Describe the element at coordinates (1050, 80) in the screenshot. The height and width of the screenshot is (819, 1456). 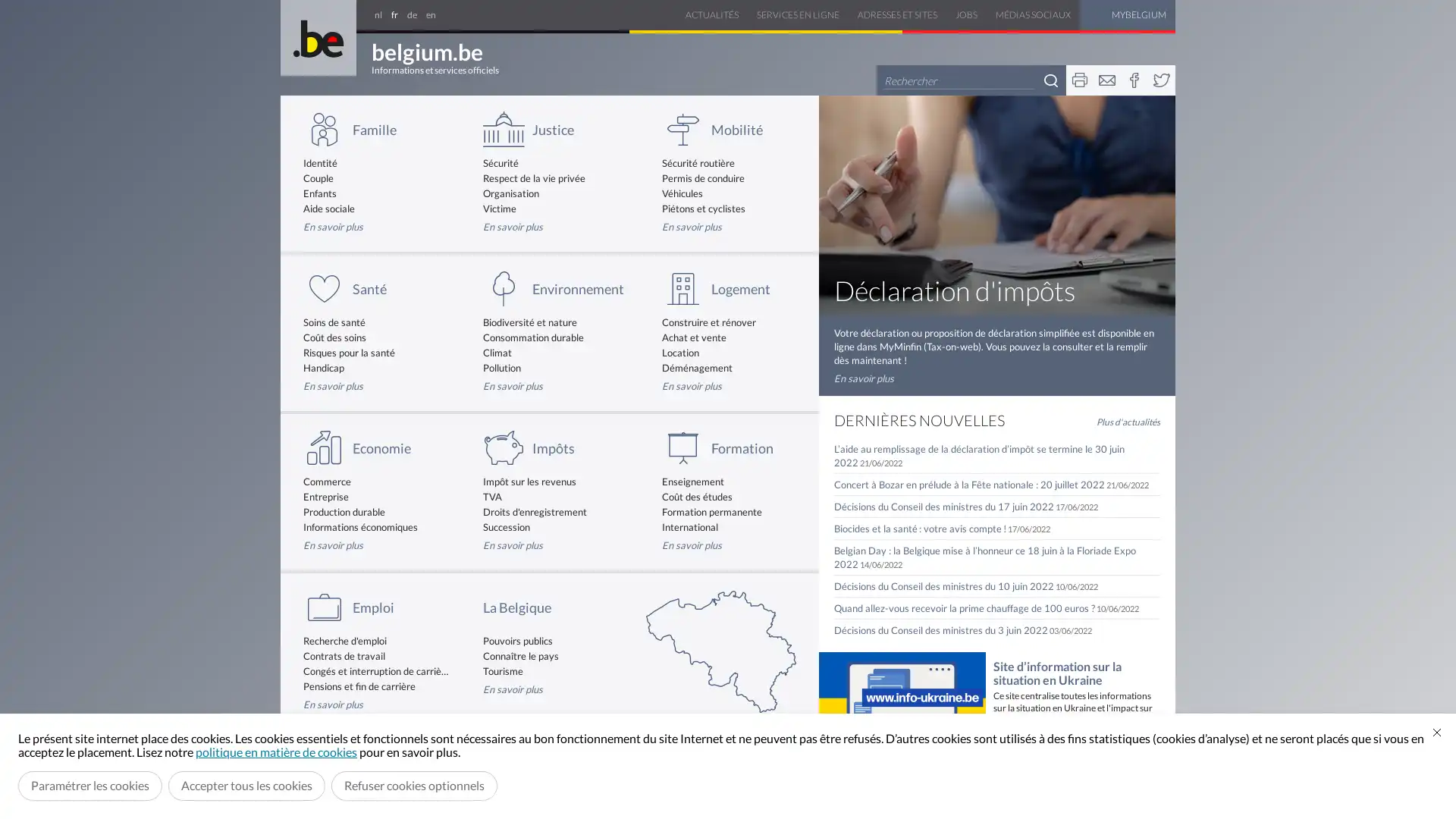
I see `Chercher` at that location.